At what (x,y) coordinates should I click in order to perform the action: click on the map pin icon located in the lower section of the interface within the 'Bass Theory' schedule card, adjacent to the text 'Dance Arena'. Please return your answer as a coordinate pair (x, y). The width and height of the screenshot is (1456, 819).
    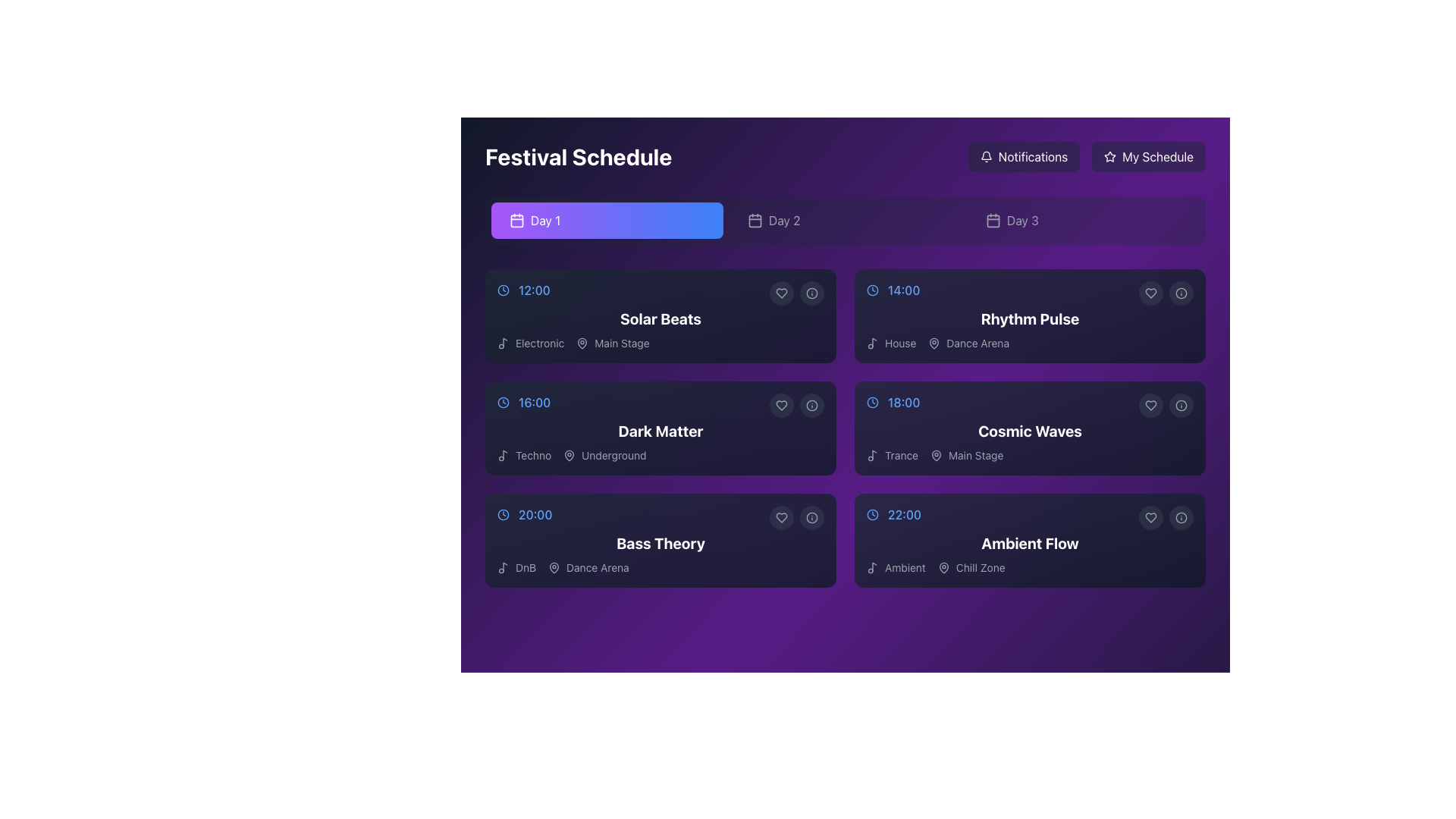
    Looking at the image, I should click on (554, 567).